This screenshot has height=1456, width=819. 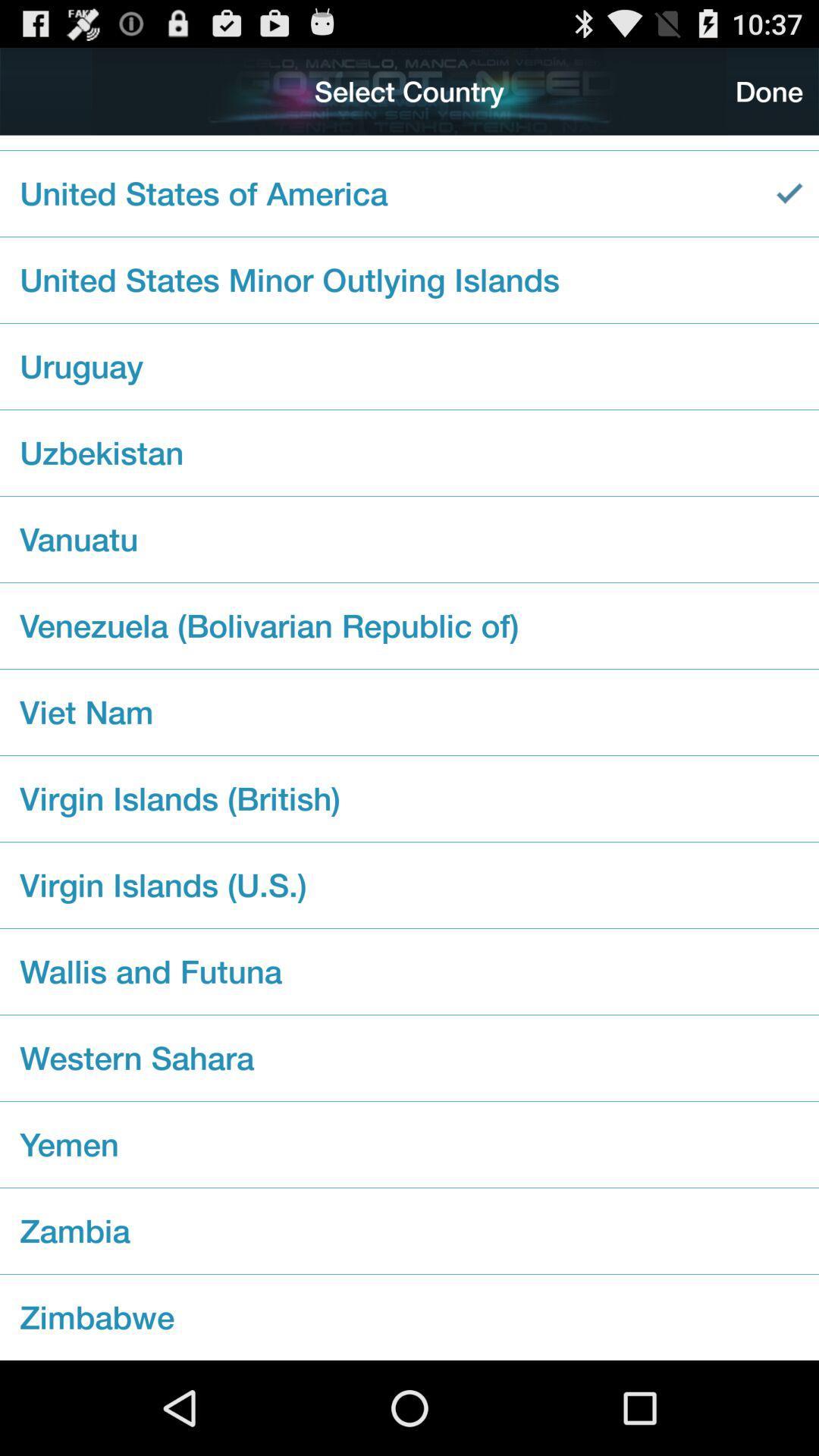 What do you see at coordinates (409, 366) in the screenshot?
I see `the uruguay icon` at bounding box center [409, 366].